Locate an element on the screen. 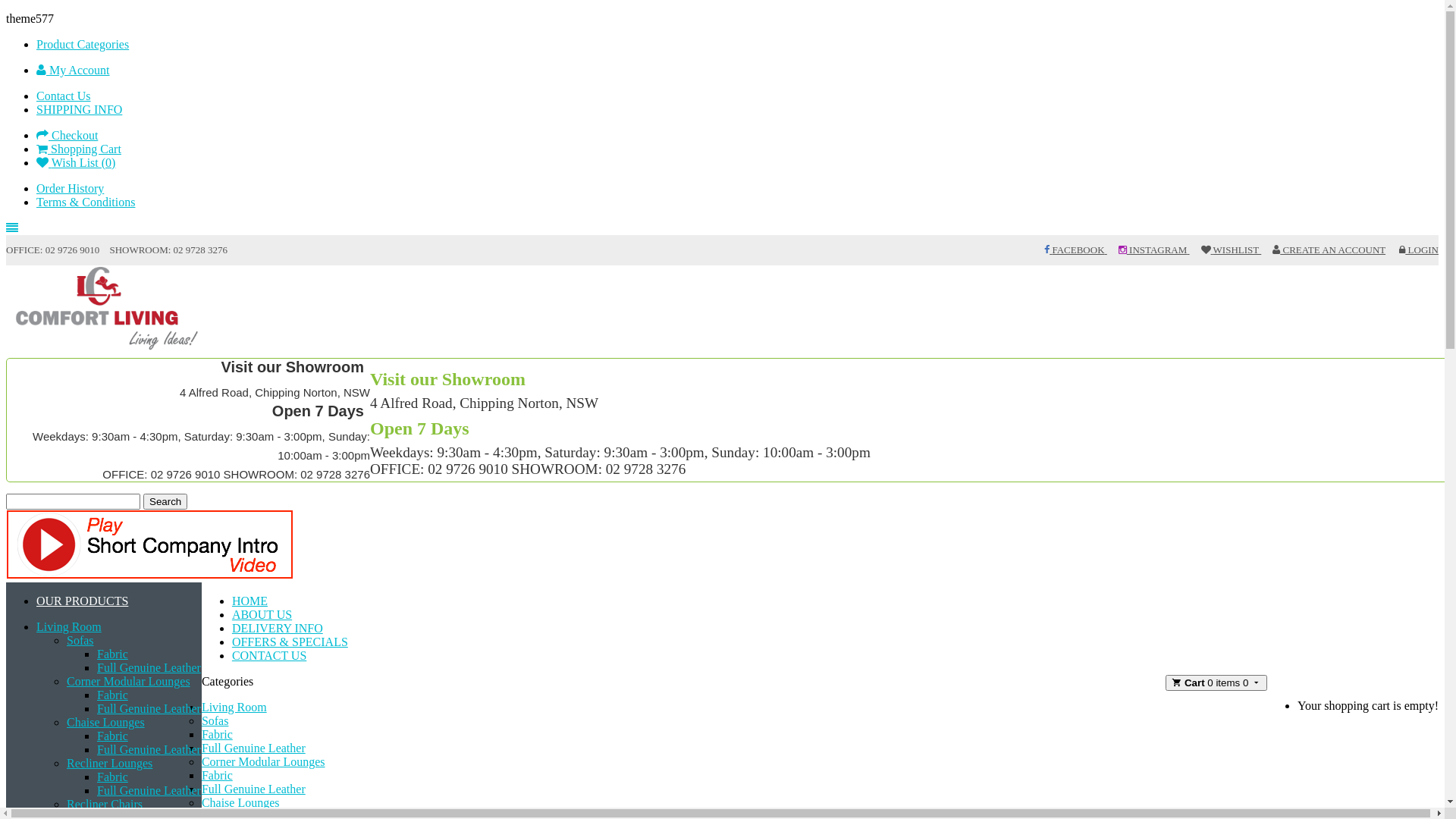 Image resolution: width=1456 pixels, height=819 pixels. 'Fabric' is located at coordinates (111, 653).